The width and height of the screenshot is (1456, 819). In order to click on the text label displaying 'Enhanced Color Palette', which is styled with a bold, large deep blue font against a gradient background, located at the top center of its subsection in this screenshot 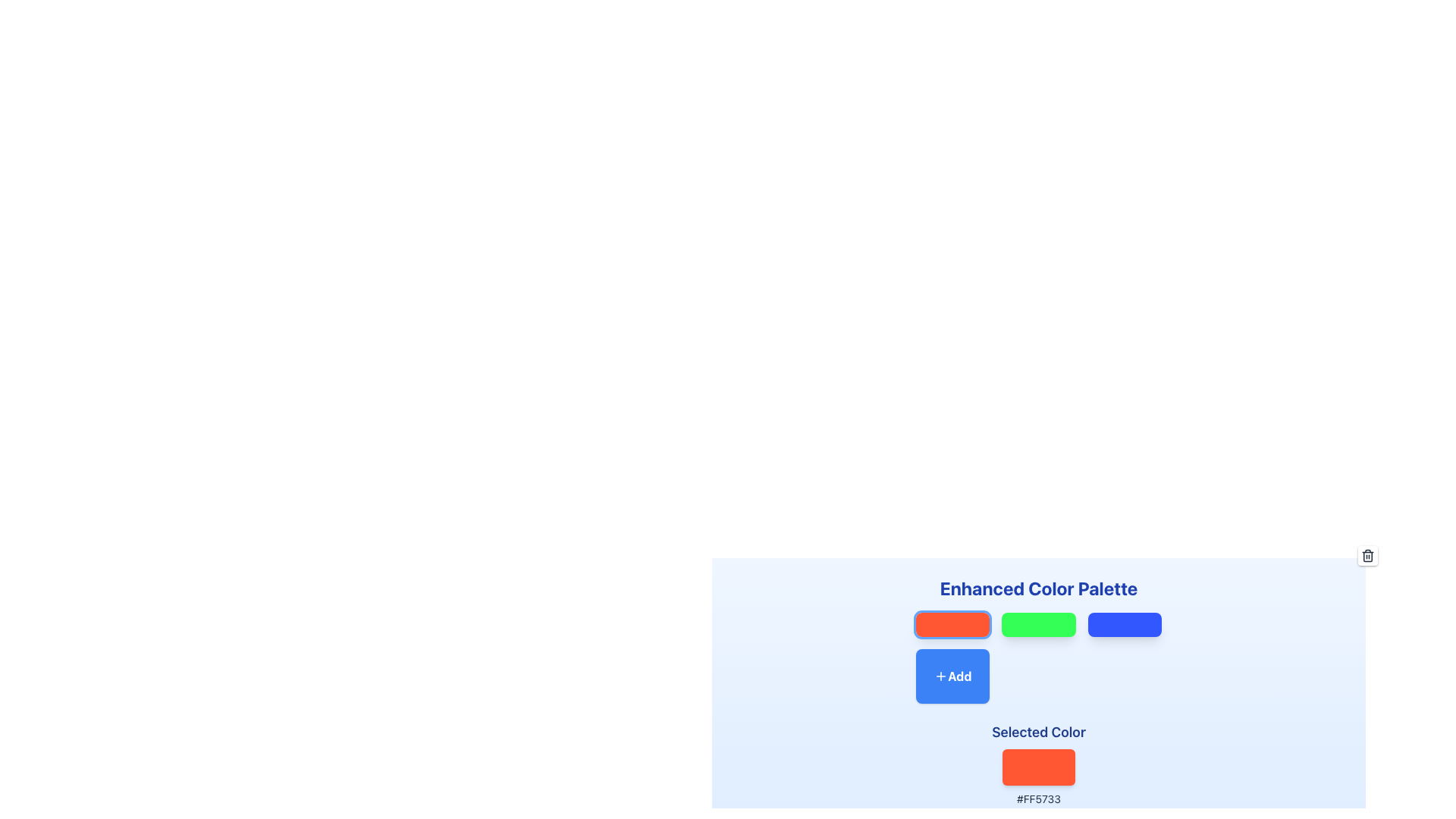, I will do `click(1037, 587)`.